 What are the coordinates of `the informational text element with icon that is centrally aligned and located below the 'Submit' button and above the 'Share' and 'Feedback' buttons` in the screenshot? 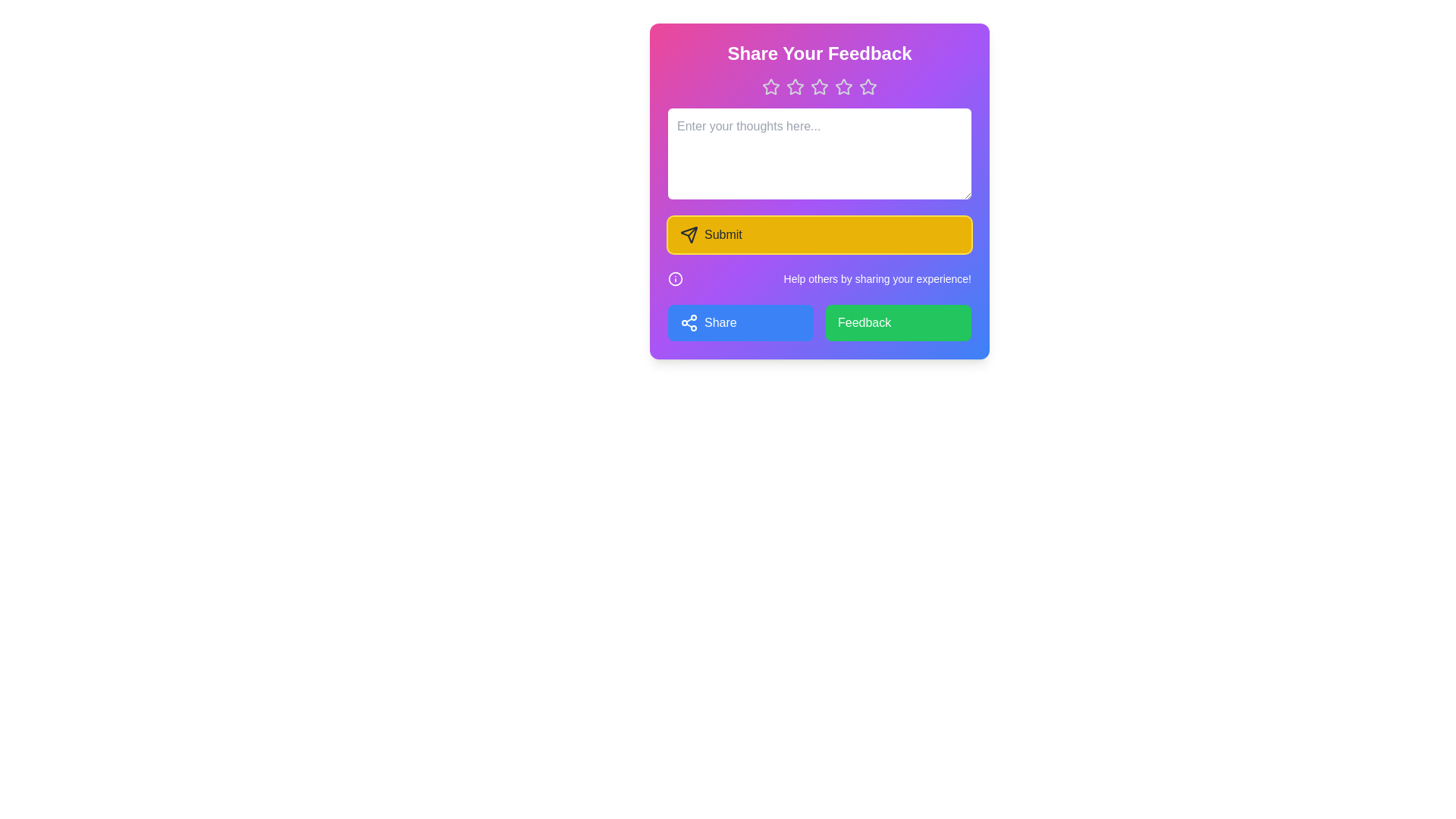 It's located at (818, 278).